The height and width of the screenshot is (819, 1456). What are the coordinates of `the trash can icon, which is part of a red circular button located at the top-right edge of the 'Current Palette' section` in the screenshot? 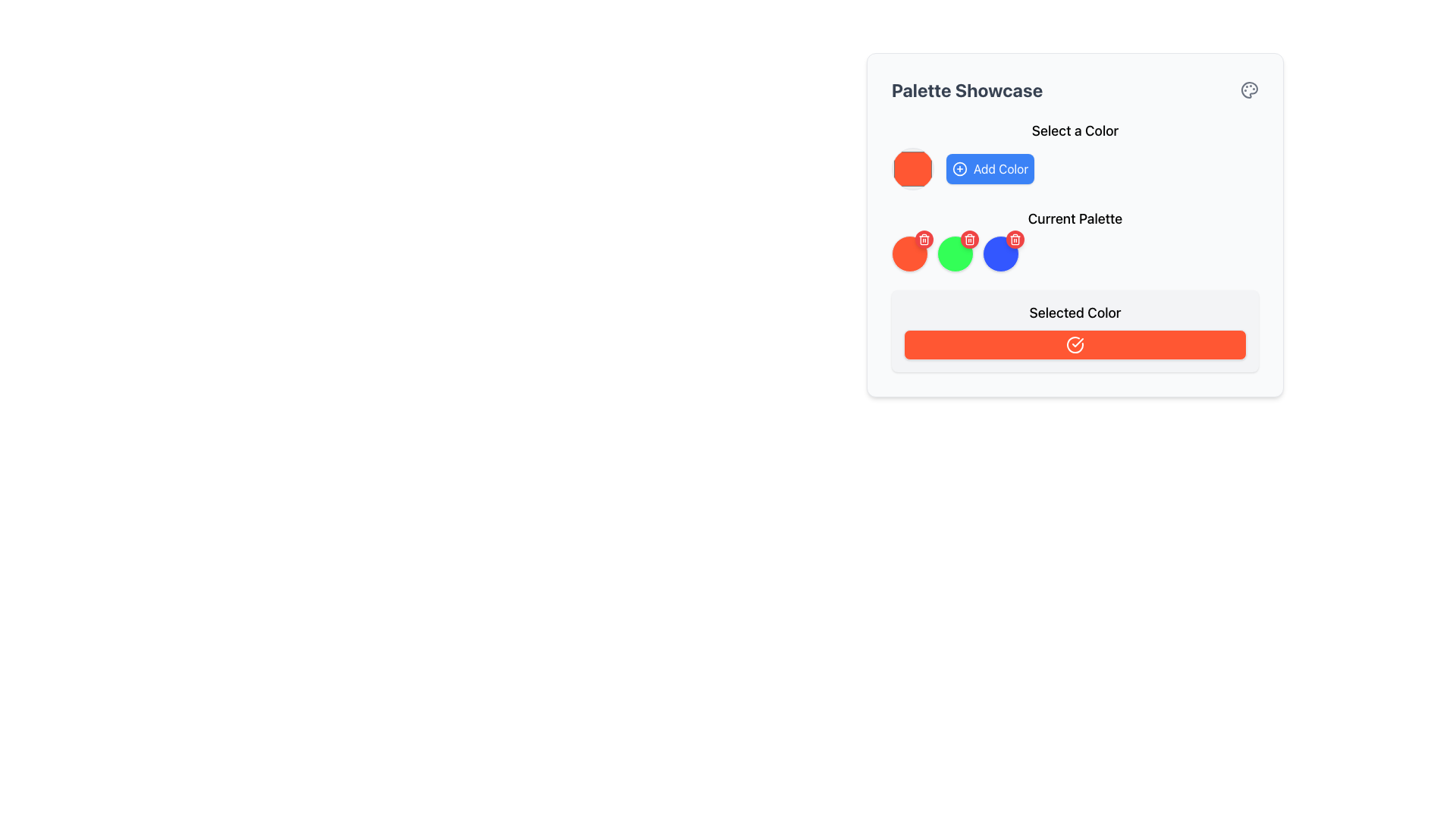 It's located at (1015, 239).